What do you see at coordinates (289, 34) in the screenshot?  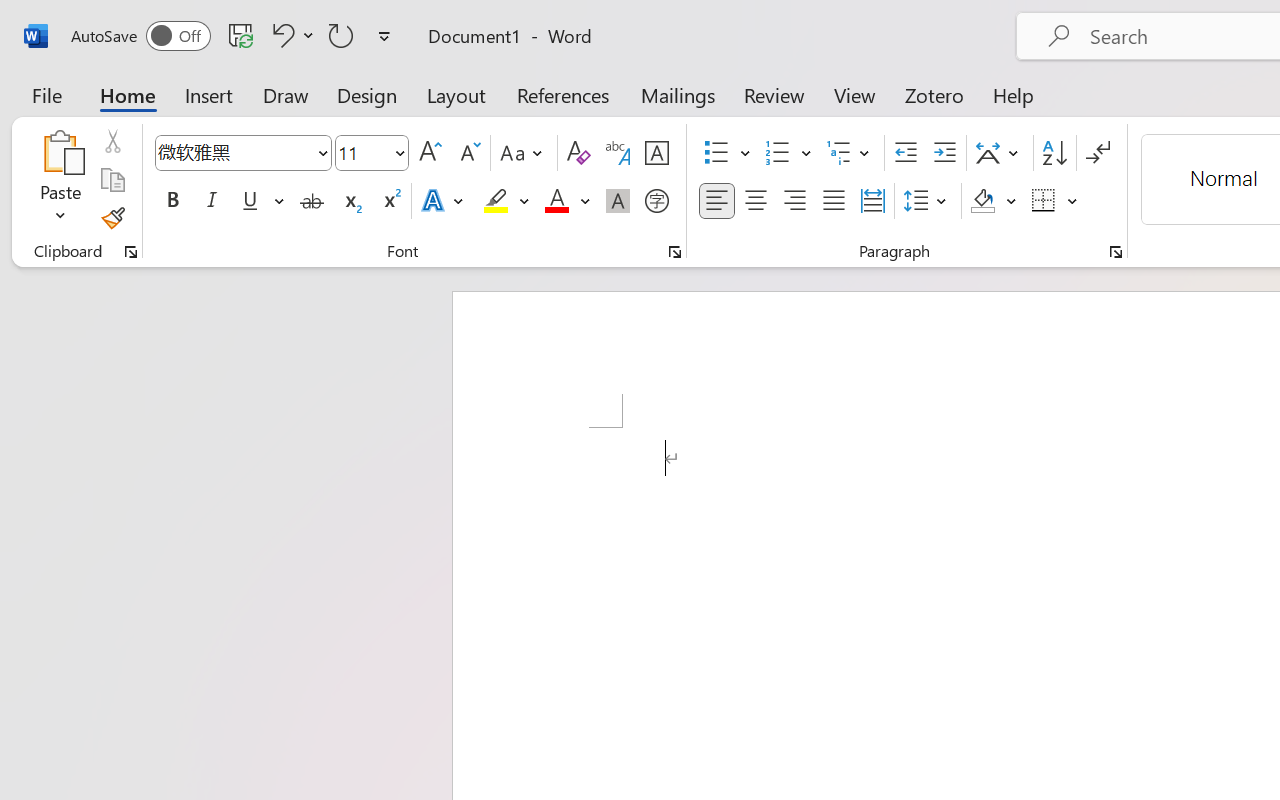 I see `'Undo <ApplyStyleToDoc>b__0'` at bounding box center [289, 34].